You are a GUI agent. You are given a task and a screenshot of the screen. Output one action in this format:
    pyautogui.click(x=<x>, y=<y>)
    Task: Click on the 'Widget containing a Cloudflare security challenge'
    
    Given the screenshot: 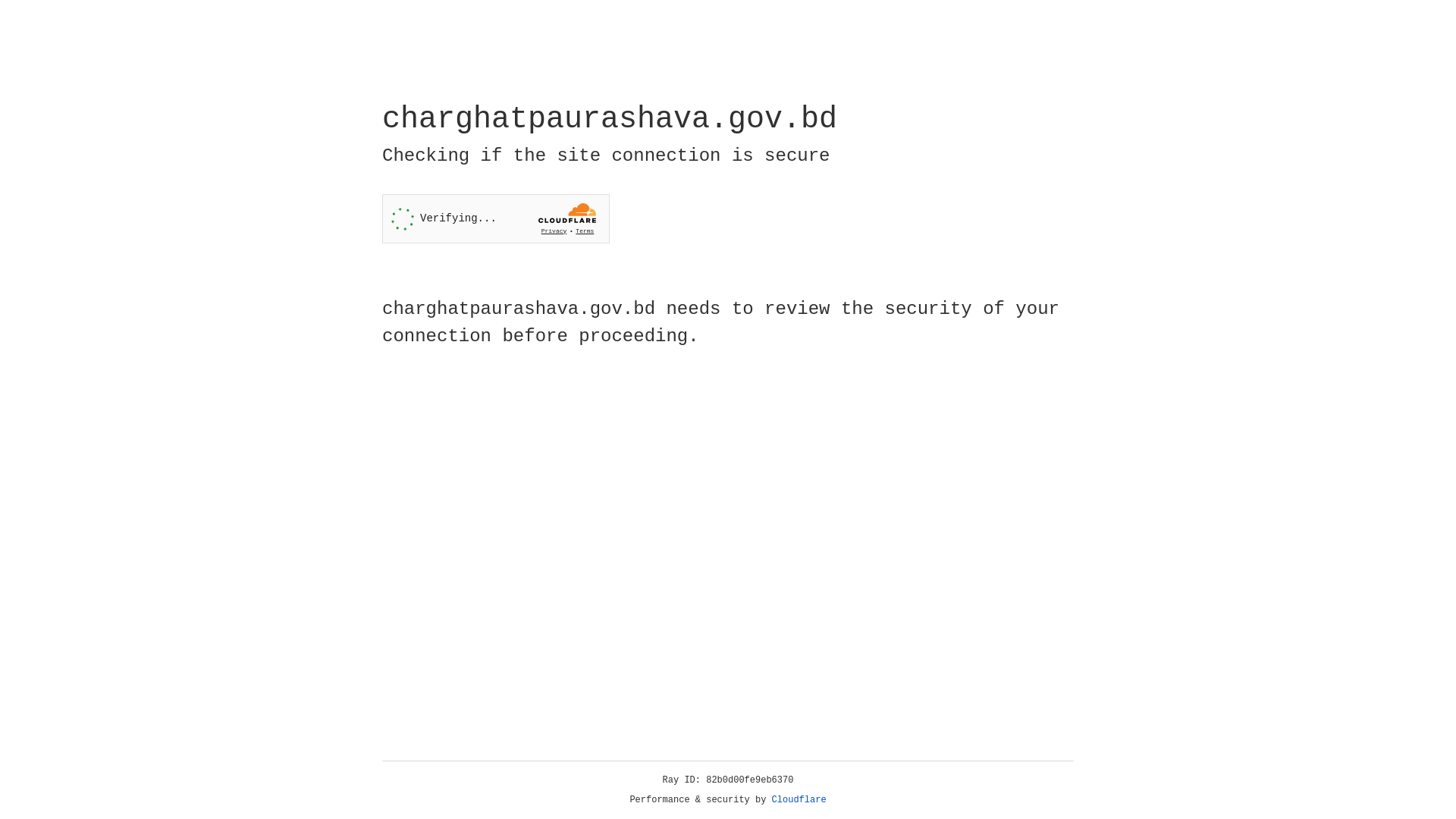 What is the action you would take?
    pyautogui.click(x=495, y=218)
    